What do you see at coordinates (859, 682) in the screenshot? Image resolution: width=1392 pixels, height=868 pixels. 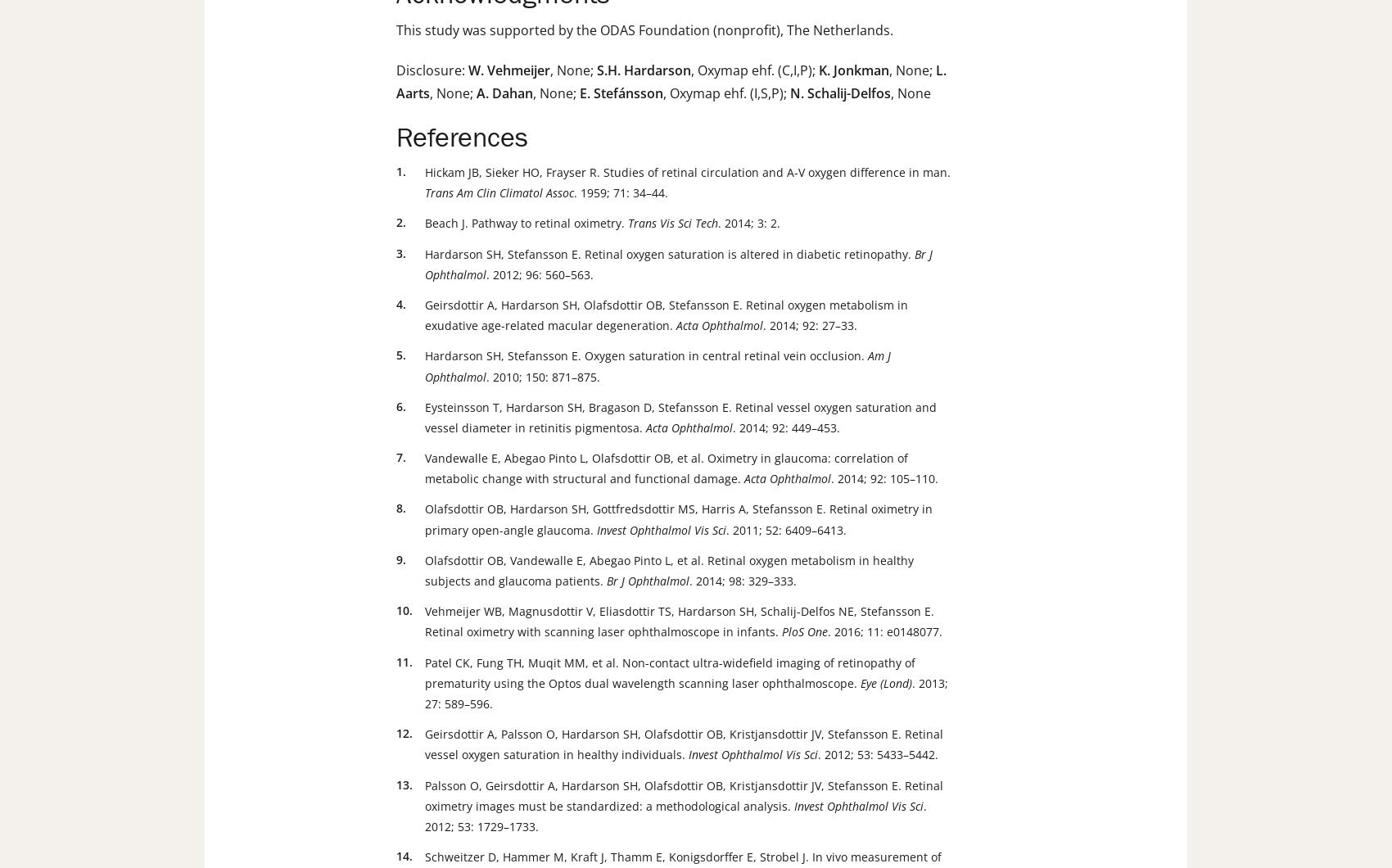 I see `'Eye (Lond)'` at bounding box center [859, 682].